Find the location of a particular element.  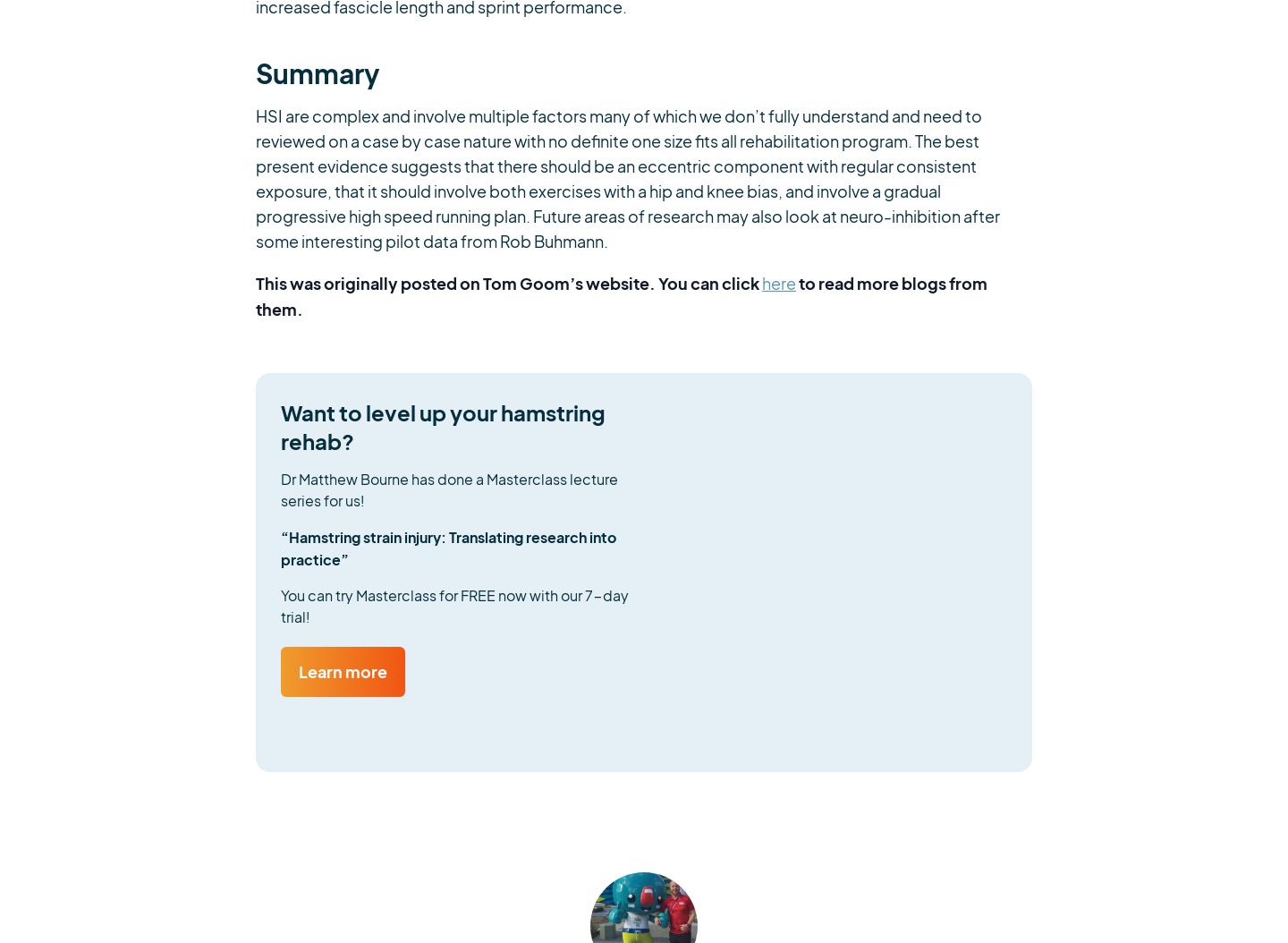

'This was originally posted on Tom Goom’s website. You can click' is located at coordinates (254, 281).